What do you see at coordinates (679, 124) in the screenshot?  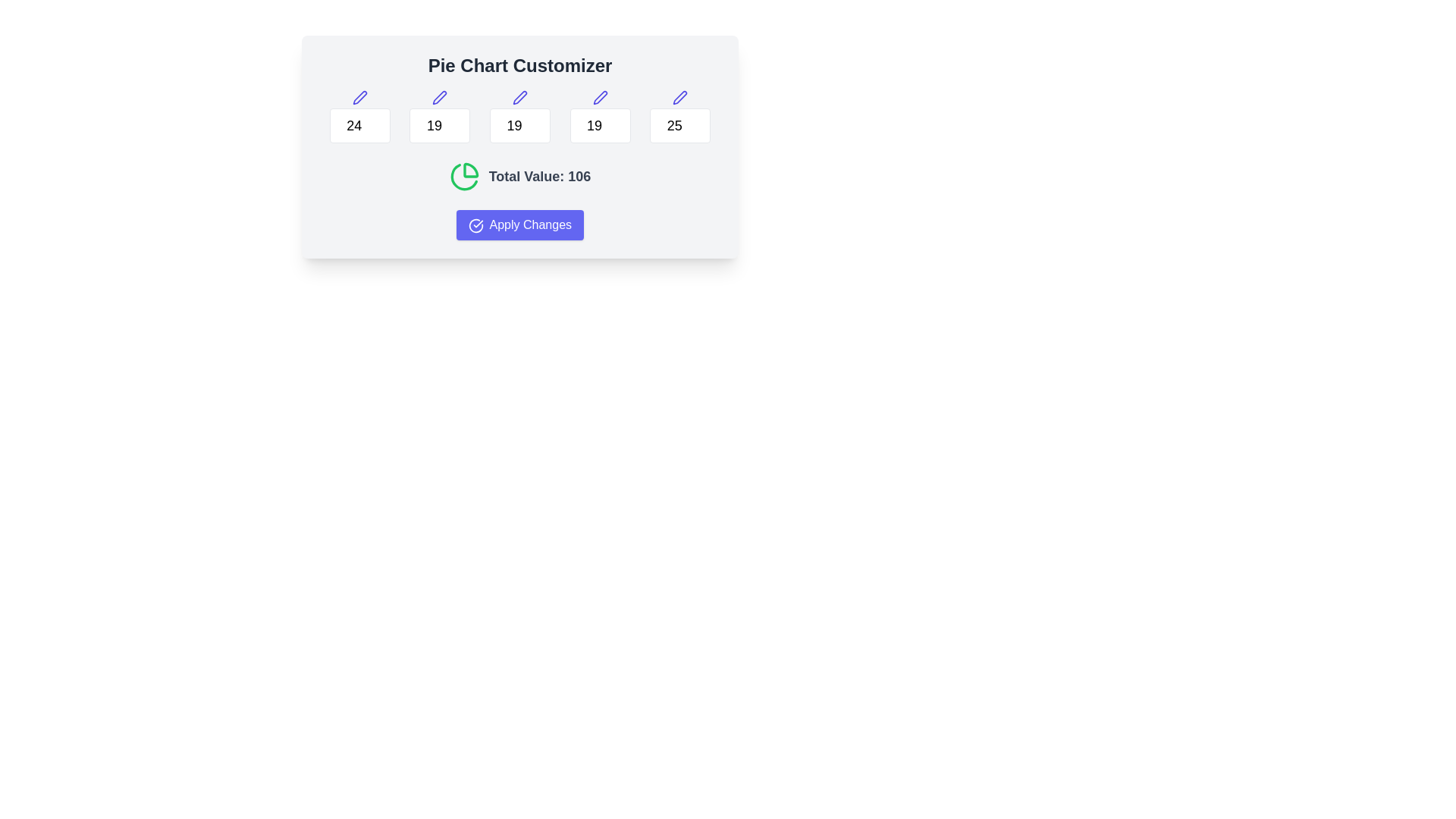 I see `the Number input field in the 'Pie Chart Customizer' section to focus and edit the value '25'. This field is the fifth in a horizontal row of five, located near the top-right corner of its section` at bounding box center [679, 124].